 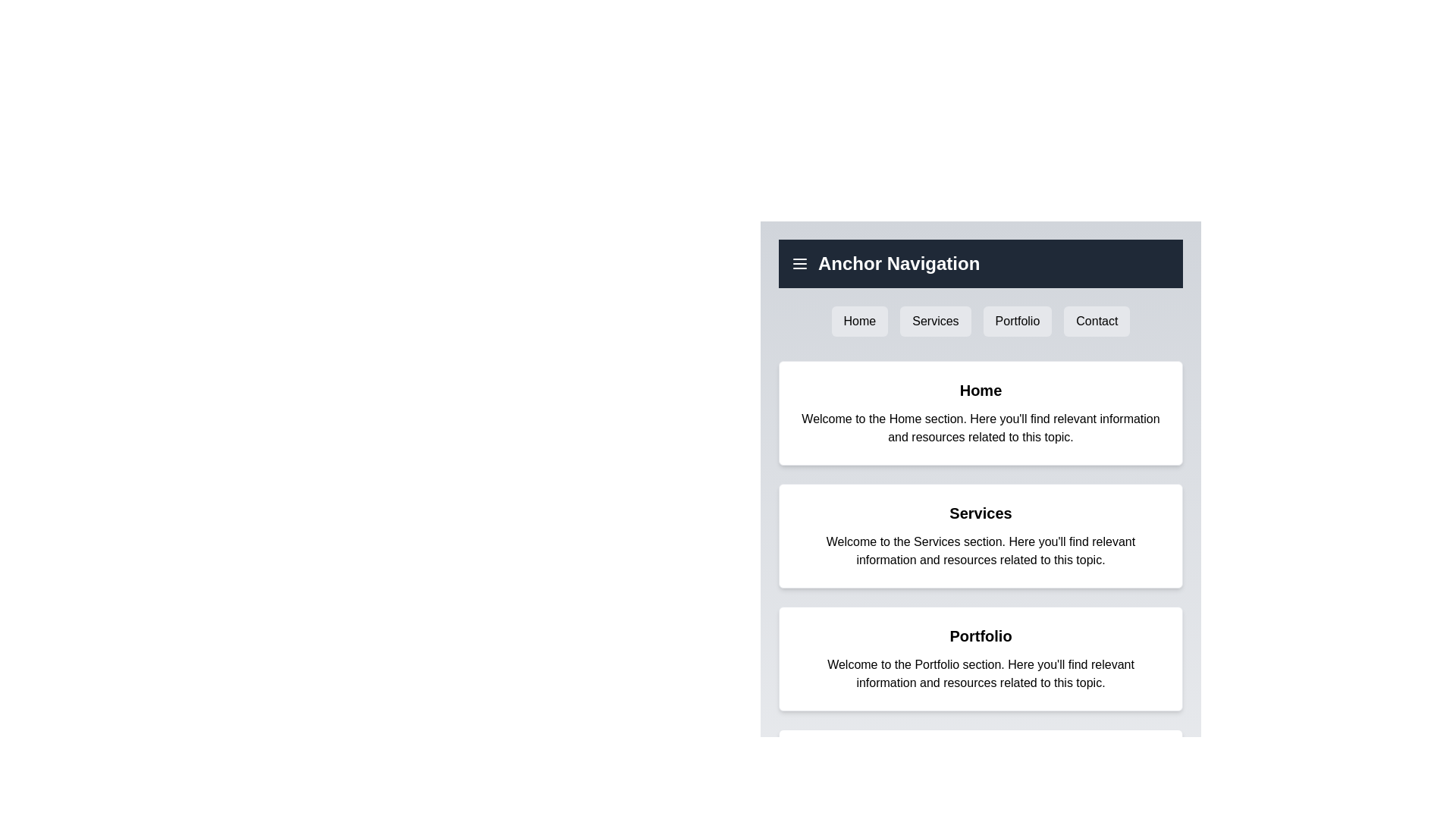 What do you see at coordinates (981, 390) in the screenshot?
I see `the Label that serves as the title for the Home panel, located at the top section of the Home panel, immediately above a descriptive paragraph` at bounding box center [981, 390].